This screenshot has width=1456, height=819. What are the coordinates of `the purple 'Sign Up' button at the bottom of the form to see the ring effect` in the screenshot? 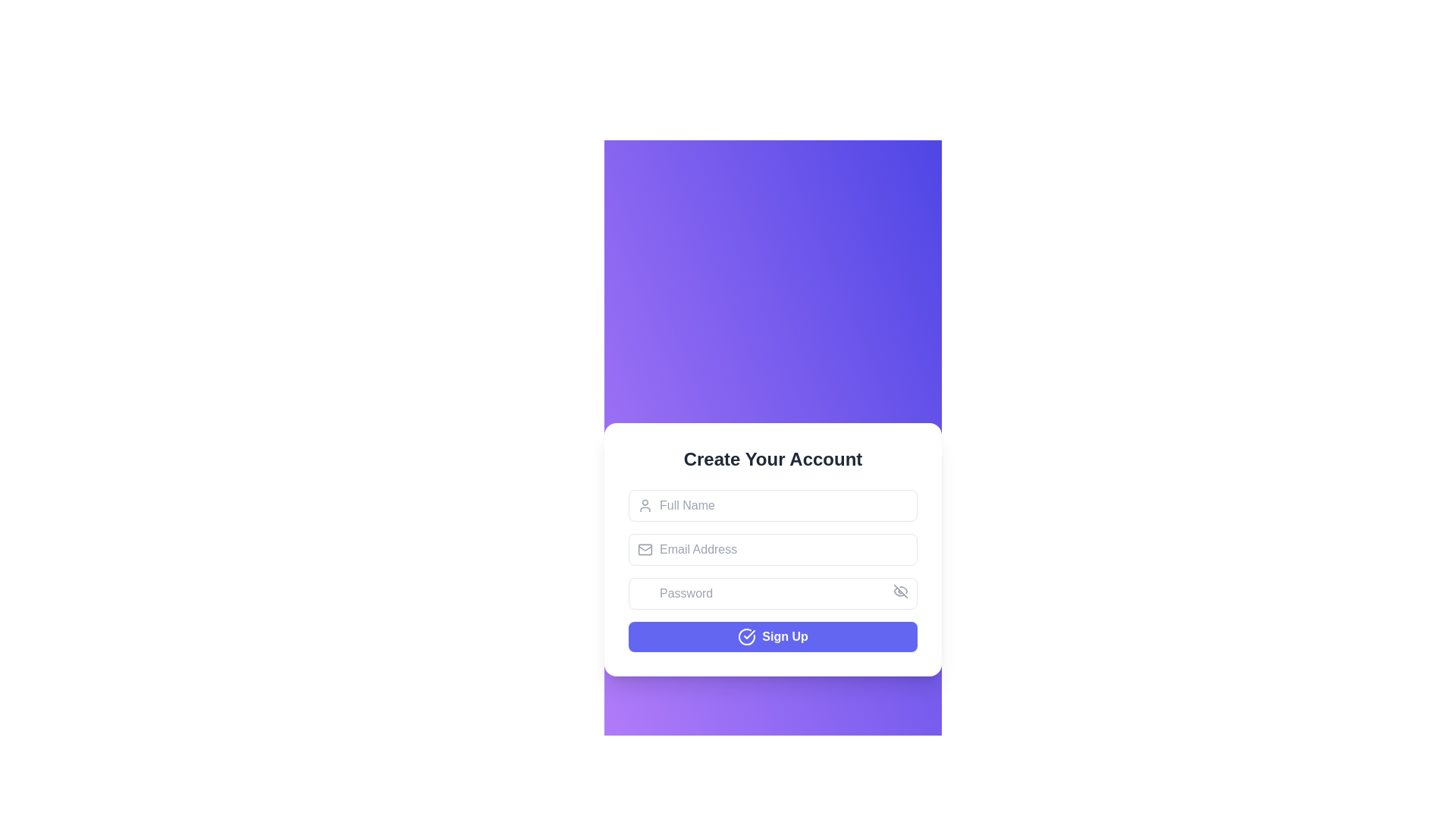 It's located at (773, 637).